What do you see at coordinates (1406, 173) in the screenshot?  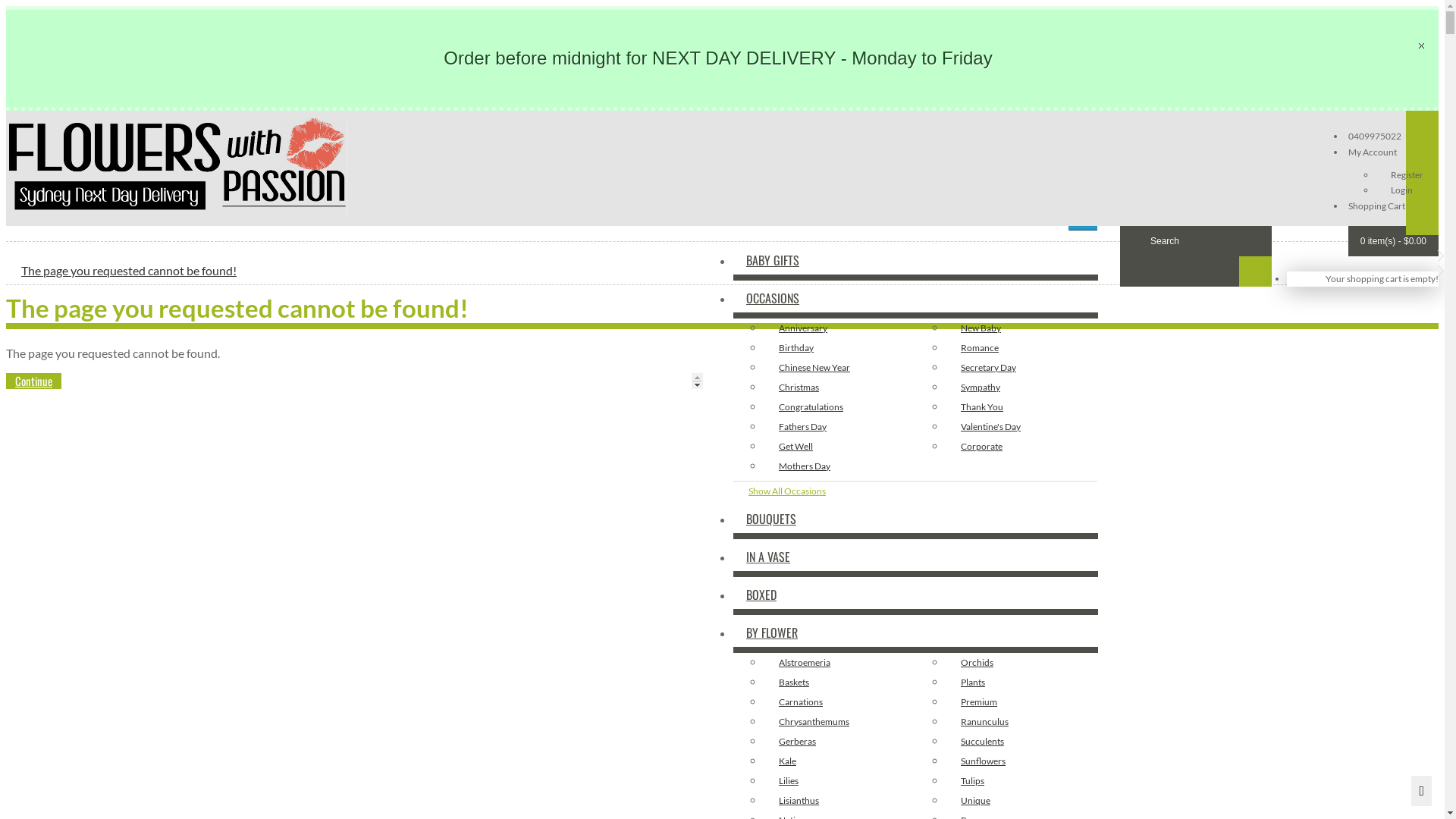 I see `'Register'` at bounding box center [1406, 173].